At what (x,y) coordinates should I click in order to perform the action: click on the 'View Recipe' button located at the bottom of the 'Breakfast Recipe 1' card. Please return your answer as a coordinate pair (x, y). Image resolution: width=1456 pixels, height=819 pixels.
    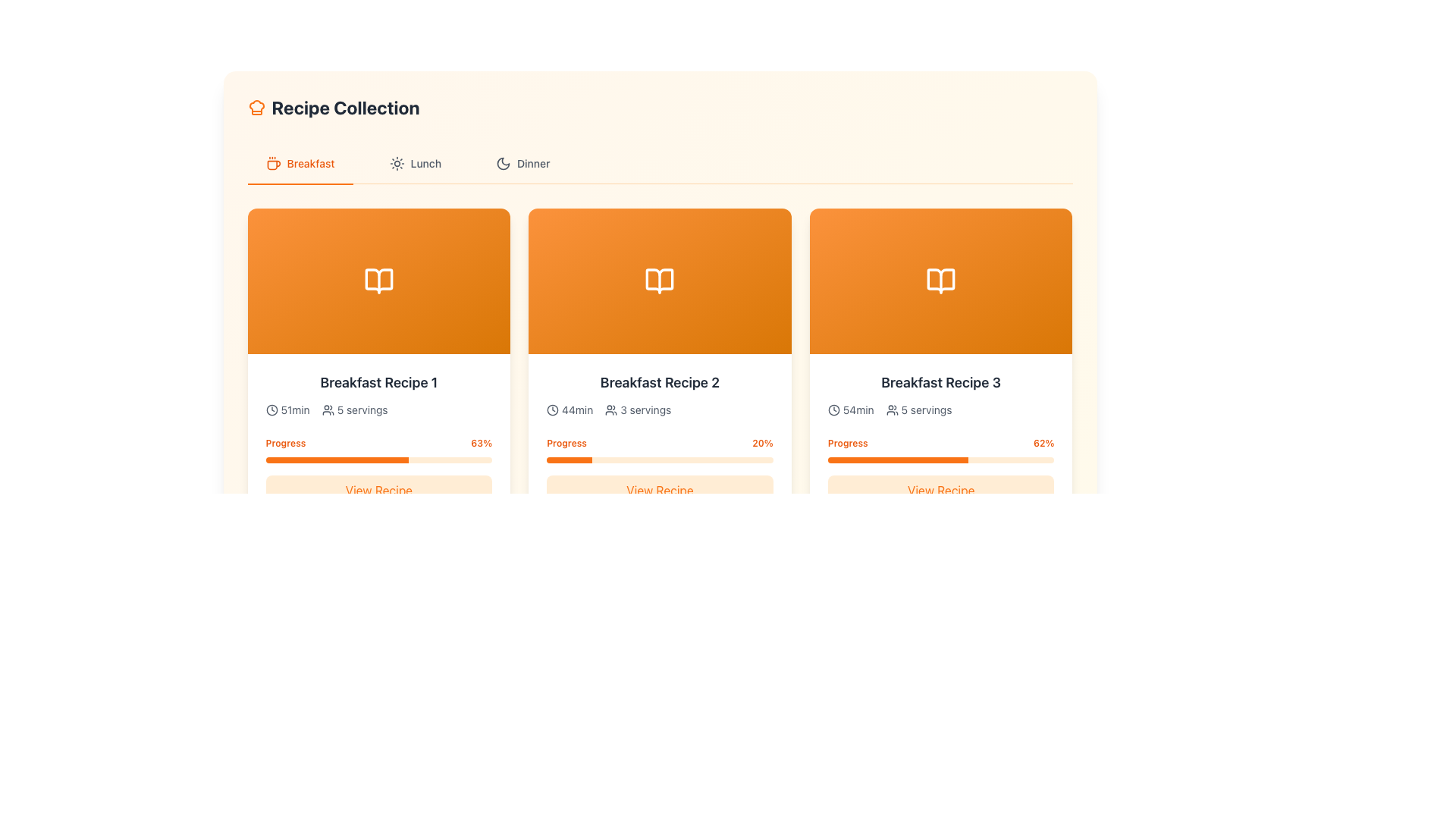
    Looking at the image, I should click on (378, 491).